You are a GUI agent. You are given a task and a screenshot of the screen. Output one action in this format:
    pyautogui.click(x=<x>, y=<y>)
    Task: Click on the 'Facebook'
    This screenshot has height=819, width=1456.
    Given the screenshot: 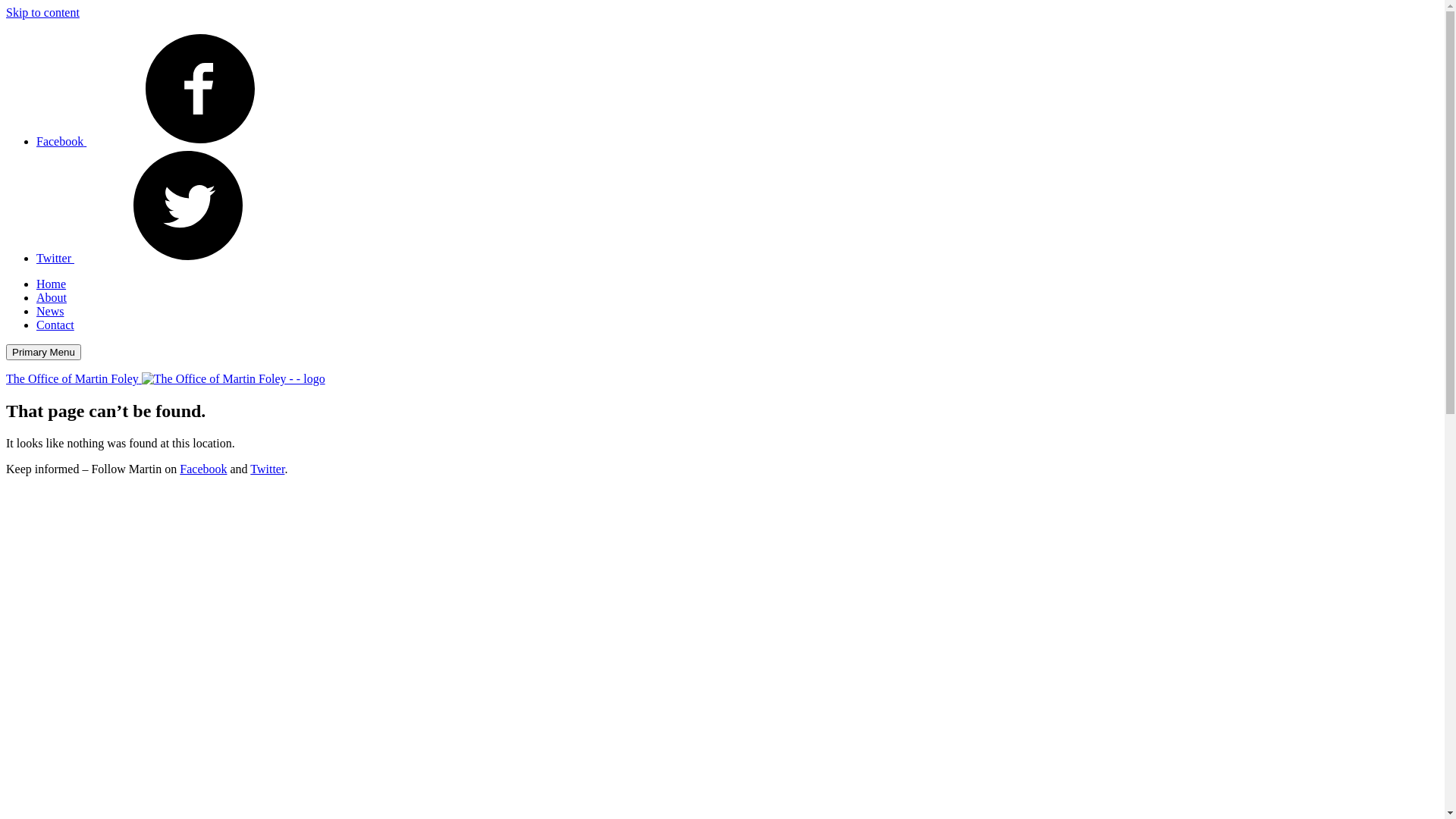 What is the action you would take?
    pyautogui.click(x=202, y=468)
    